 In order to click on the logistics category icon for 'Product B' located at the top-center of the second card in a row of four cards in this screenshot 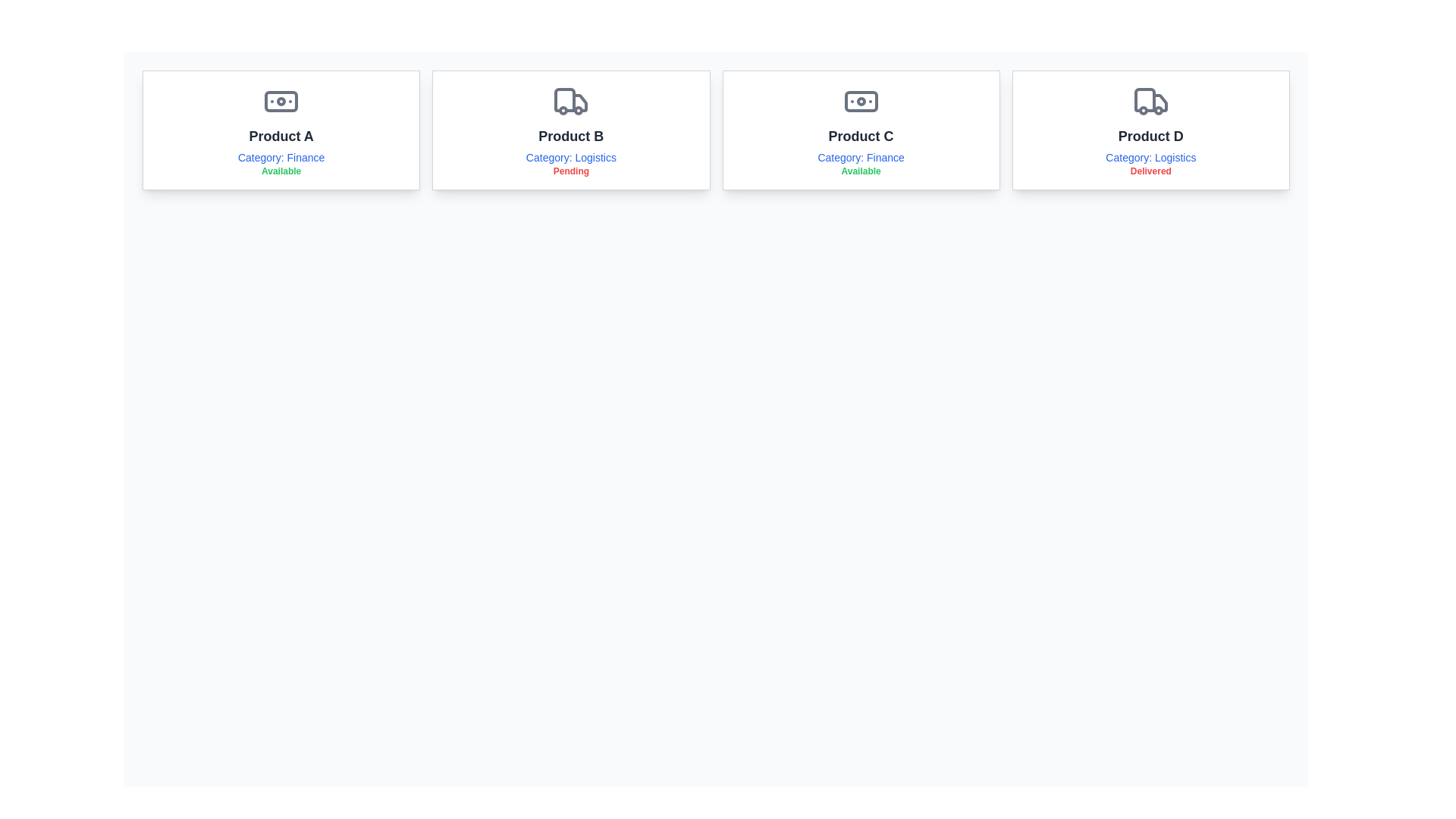, I will do `click(570, 102)`.